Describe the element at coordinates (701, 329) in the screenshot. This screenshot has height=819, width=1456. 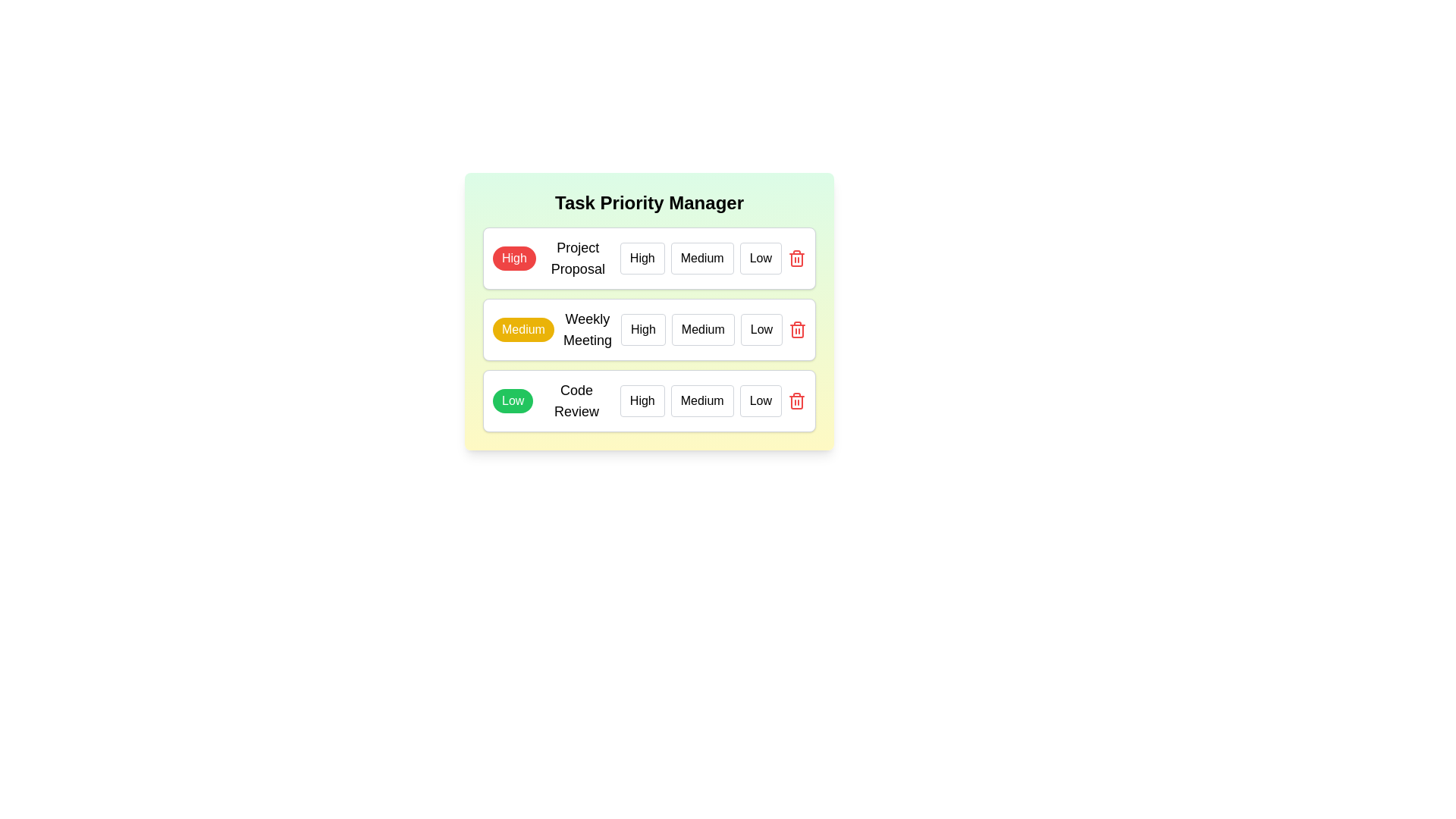
I see `the priority level Medium for the task Weekly Meeting` at that location.